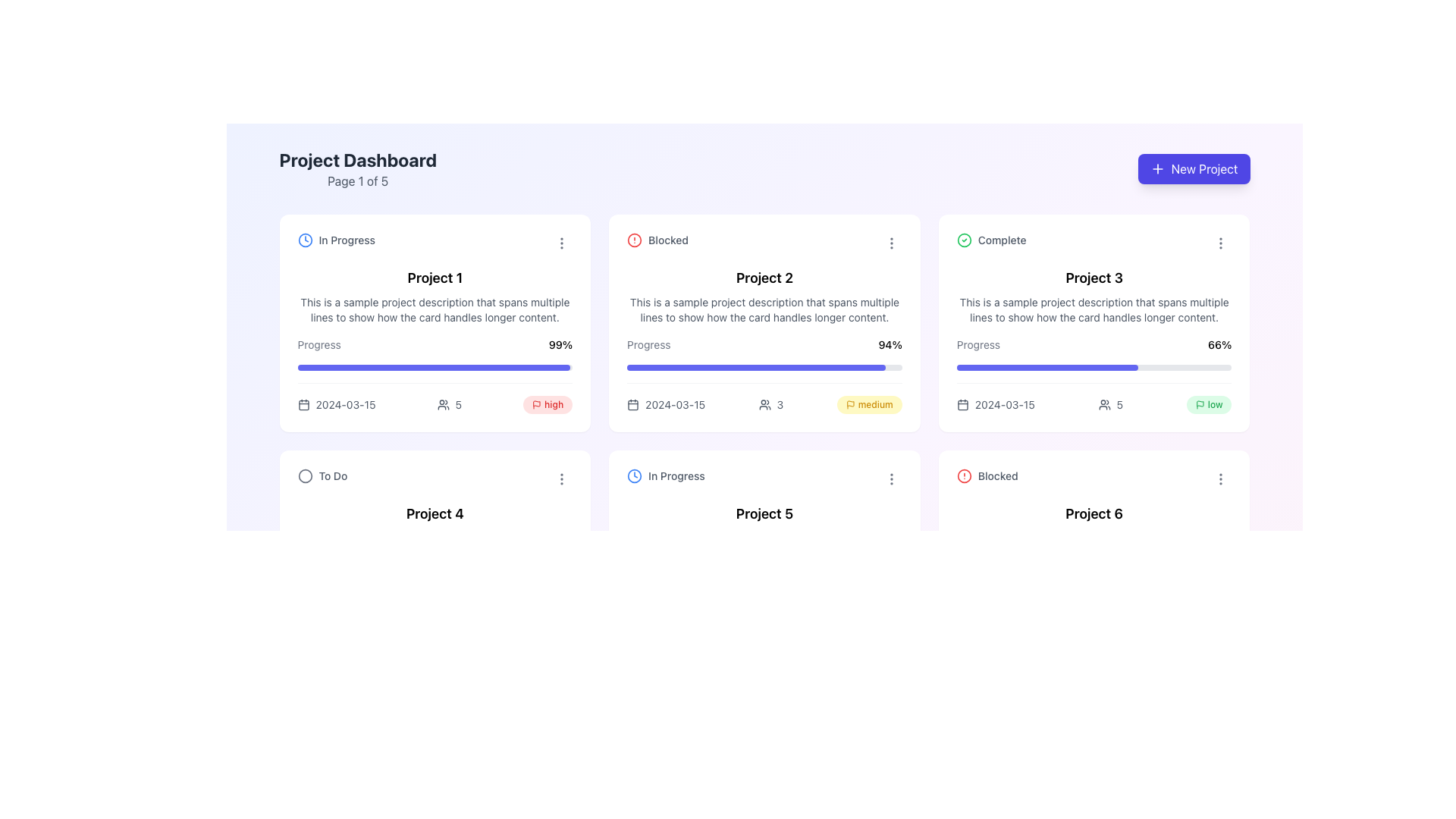  What do you see at coordinates (674, 403) in the screenshot?
I see `date displayed in the Text label adjacent to the calendar icon, located beneath the progress bar of 'Project 2'` at bounding box center [674, 403].